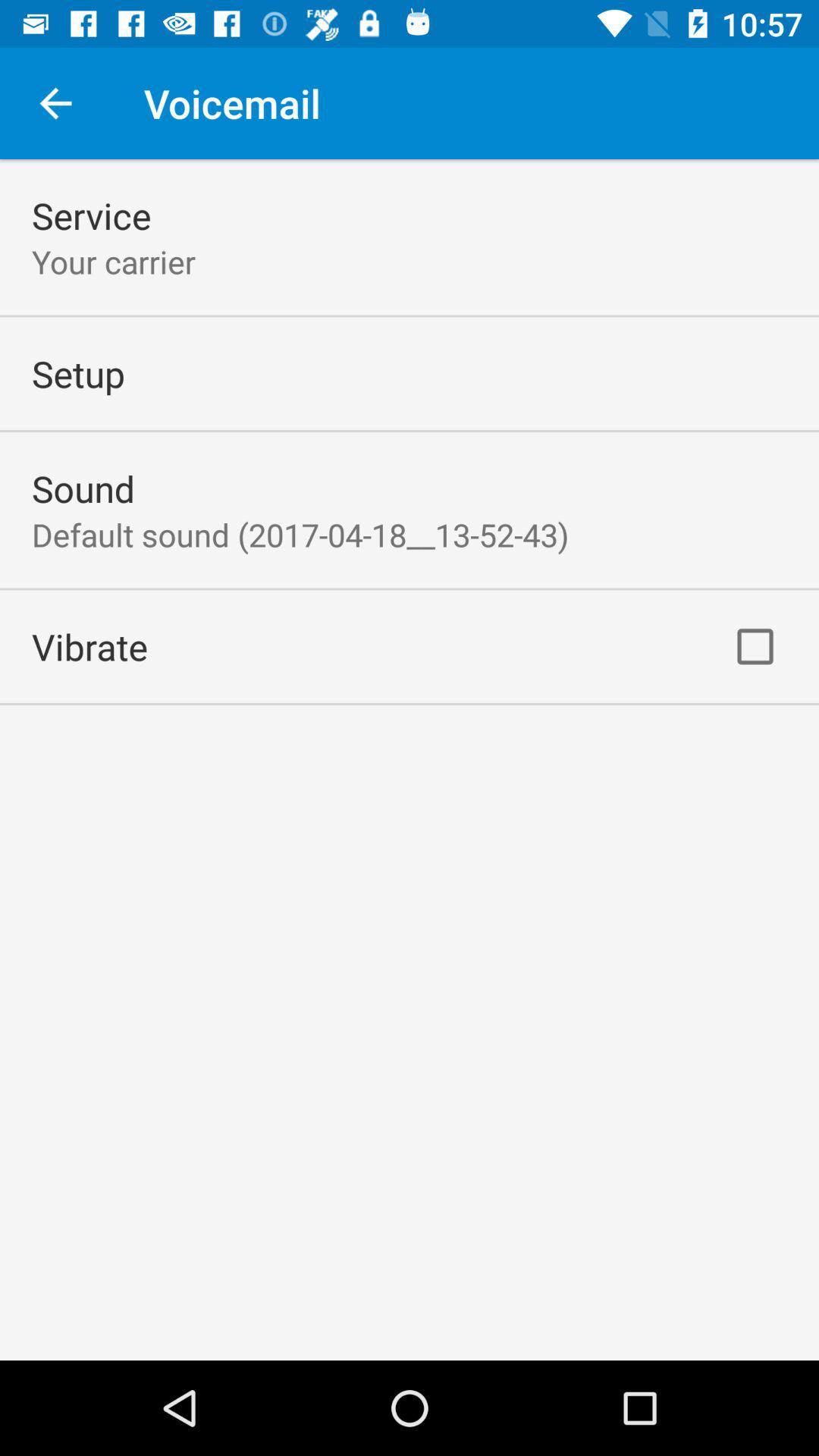  I want to click on the service icon, so click(91, 215).